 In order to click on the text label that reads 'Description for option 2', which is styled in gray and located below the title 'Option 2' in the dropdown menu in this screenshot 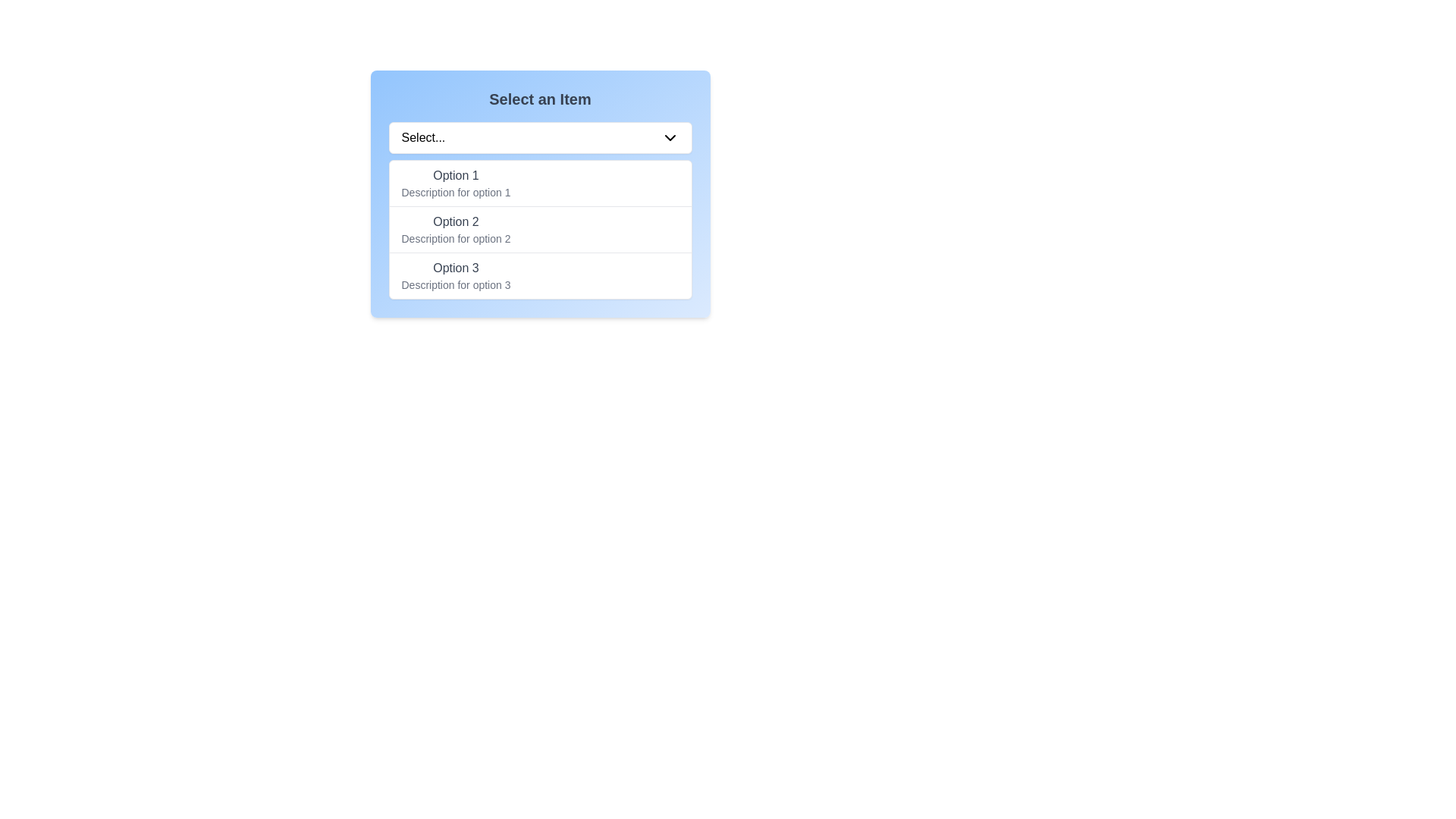, I will do `click(455, 239)`.